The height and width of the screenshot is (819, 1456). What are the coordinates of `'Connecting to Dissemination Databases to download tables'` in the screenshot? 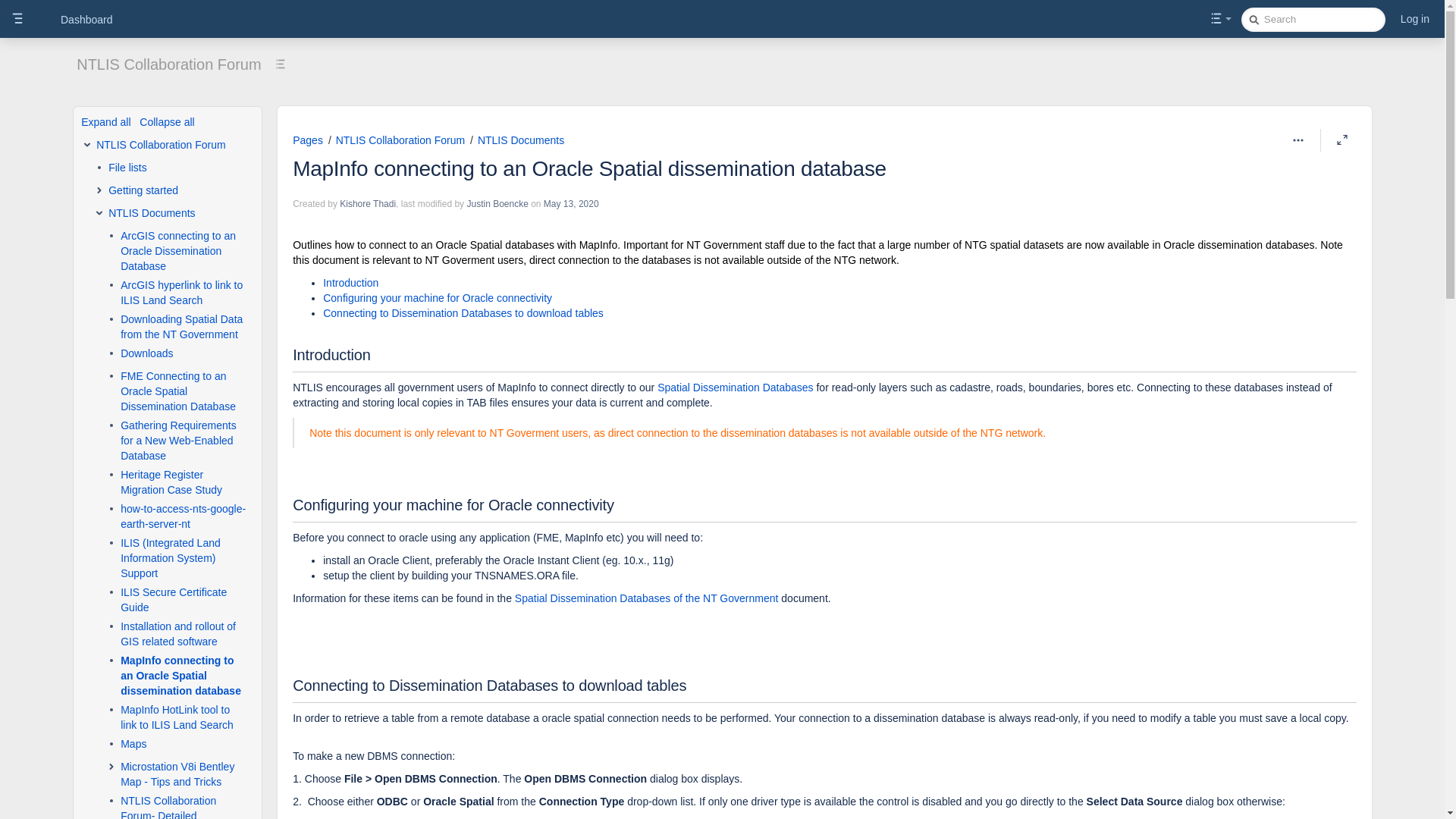 It's located at (462, 312).